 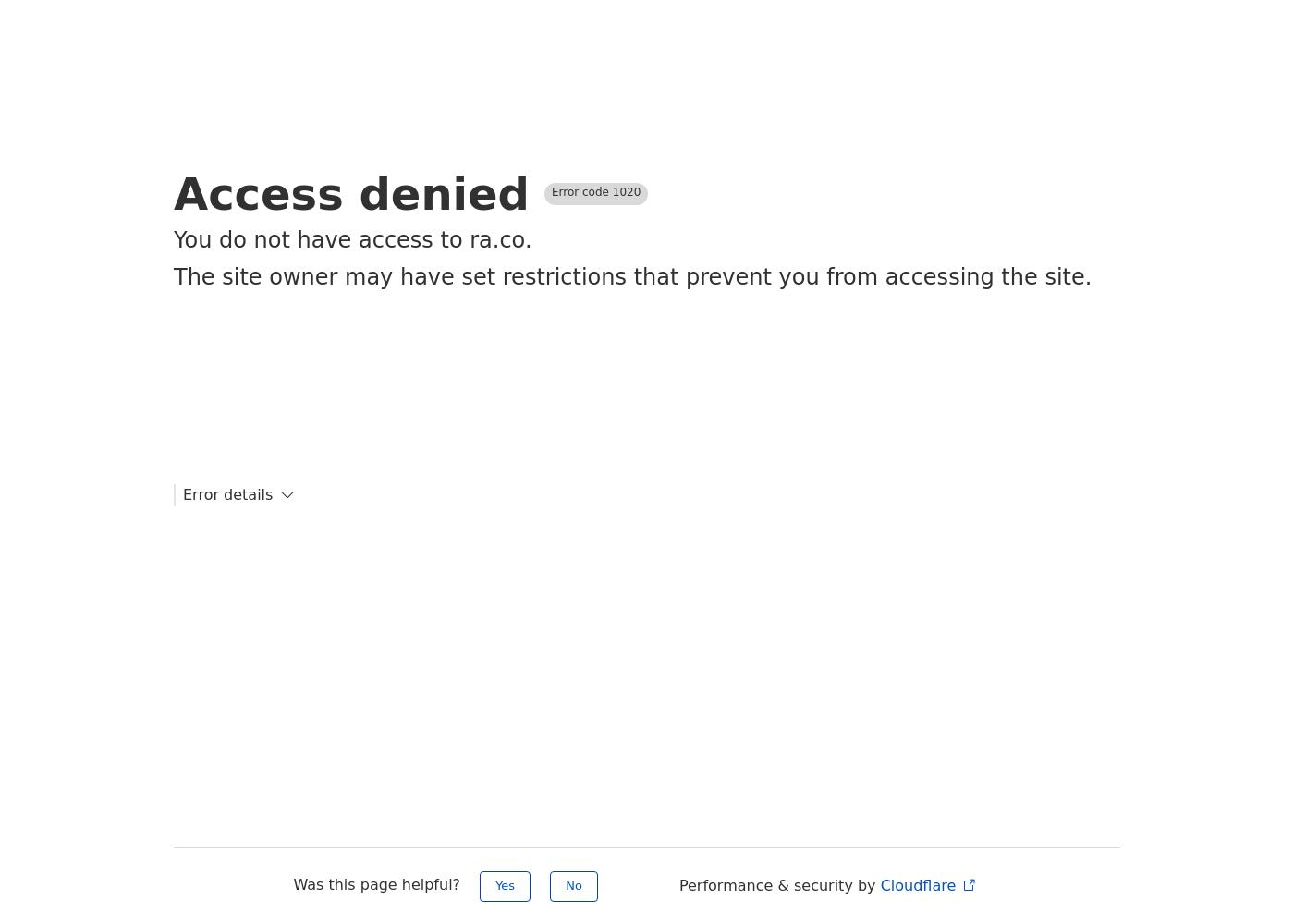 What do you see at coordinates (379, 883) in the screenshot?
I see `'Was this page helpful?'` at bounding box center [379, 883].